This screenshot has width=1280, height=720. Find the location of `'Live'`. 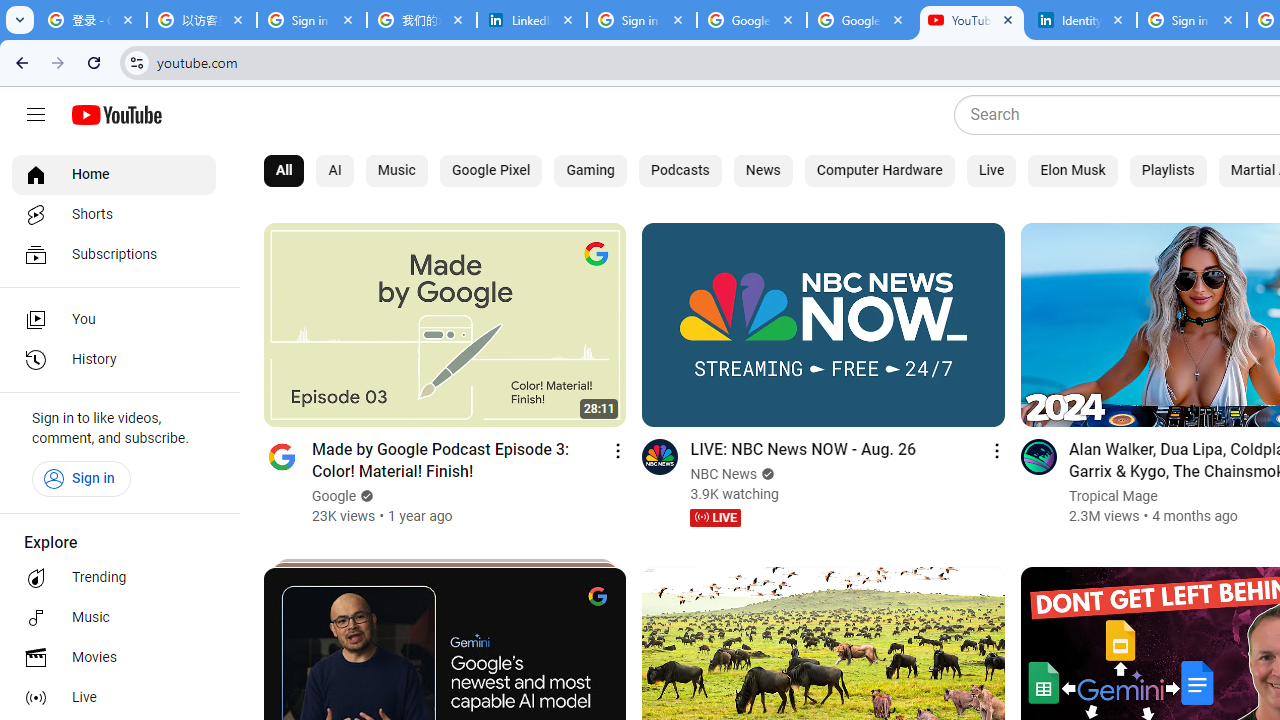

'Live' is located at coordinates (992, 170).